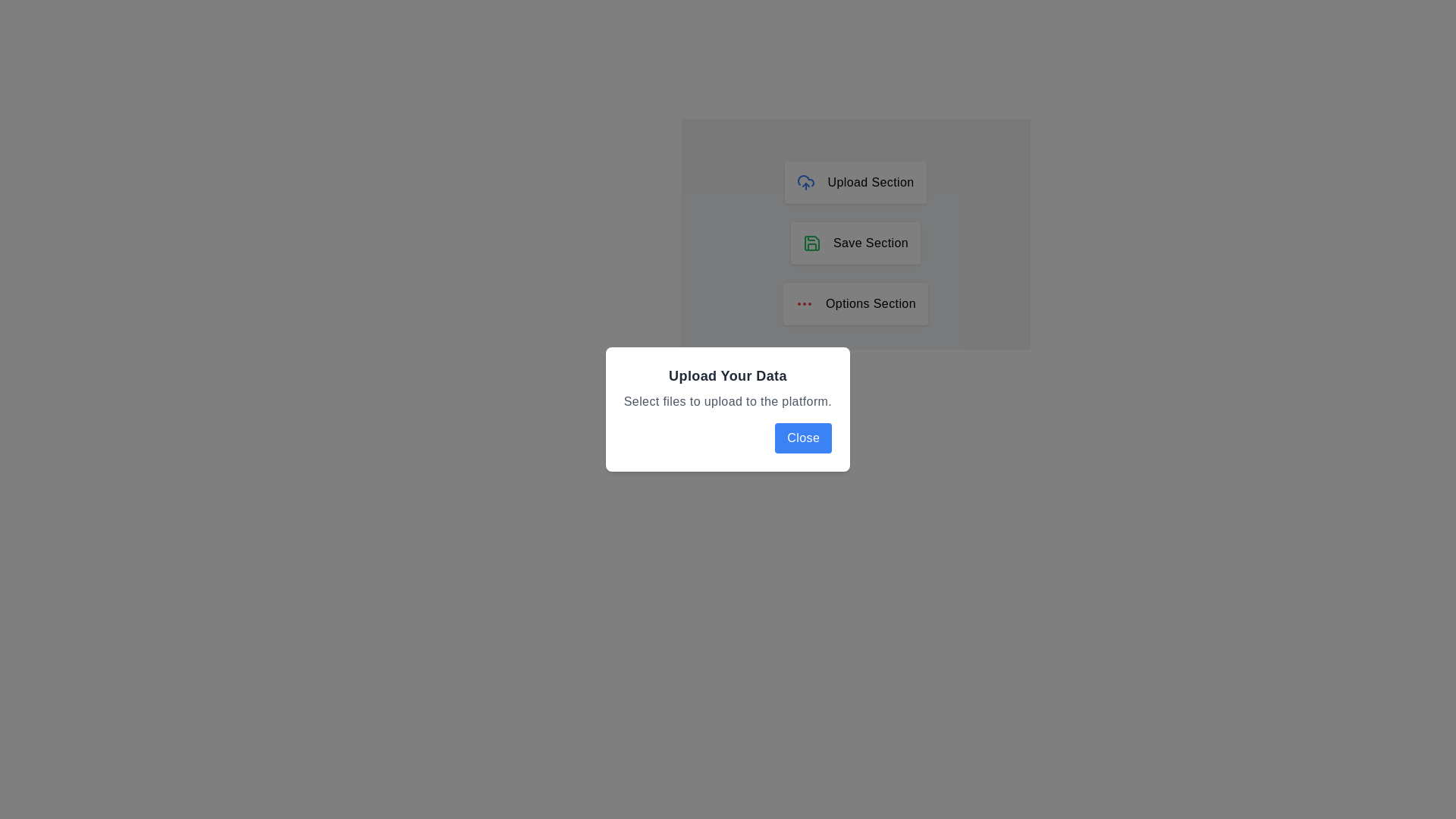 The height and width of the screenshot is (819, 1456). Describe the element at coordinates (728, 375) in the screenshot. I see `the bold, large-sized text label reading 'Upload Your Data' located at the top-center of the white dialog box` at that location.